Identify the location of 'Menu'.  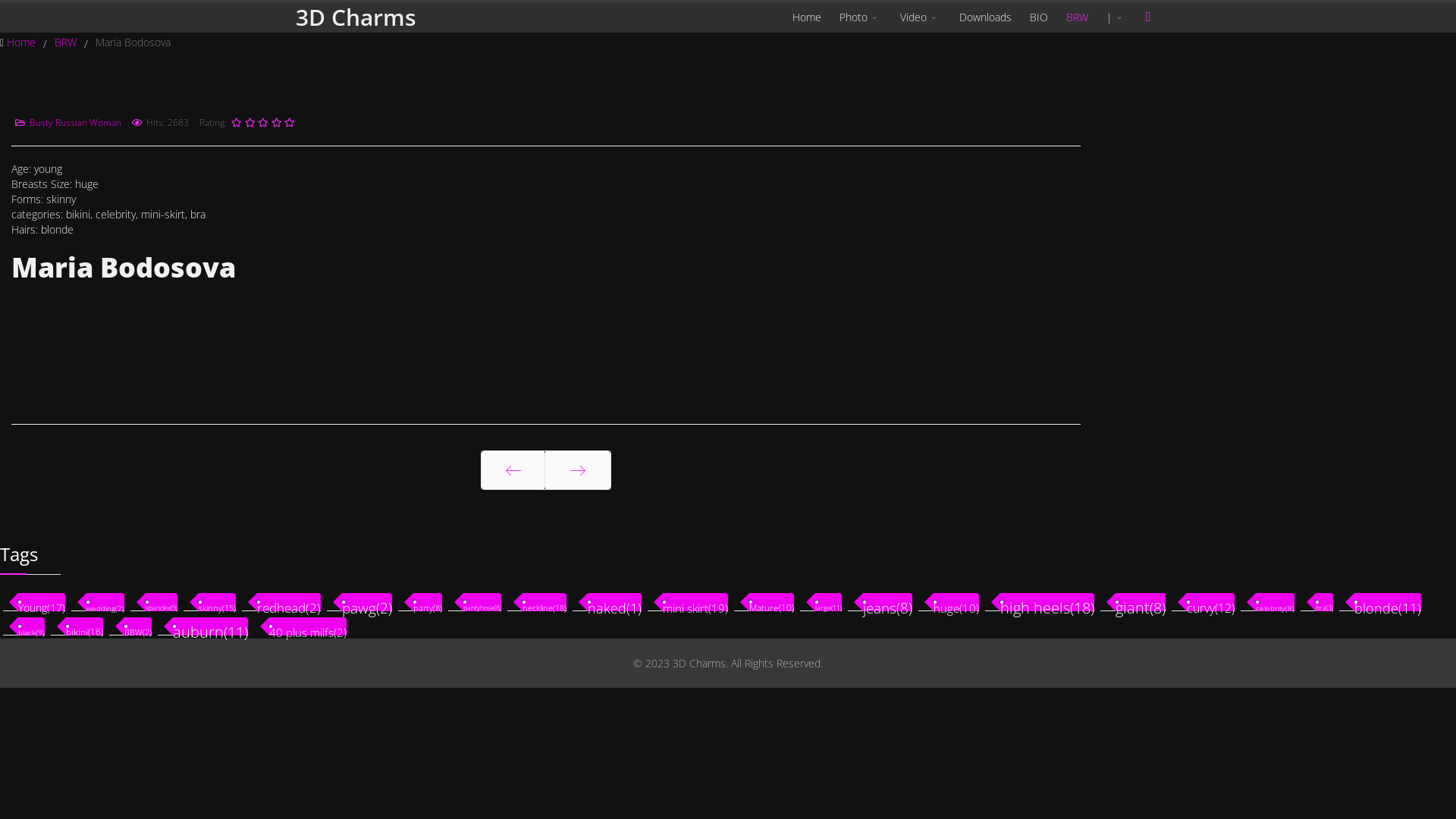
(1147, 17).